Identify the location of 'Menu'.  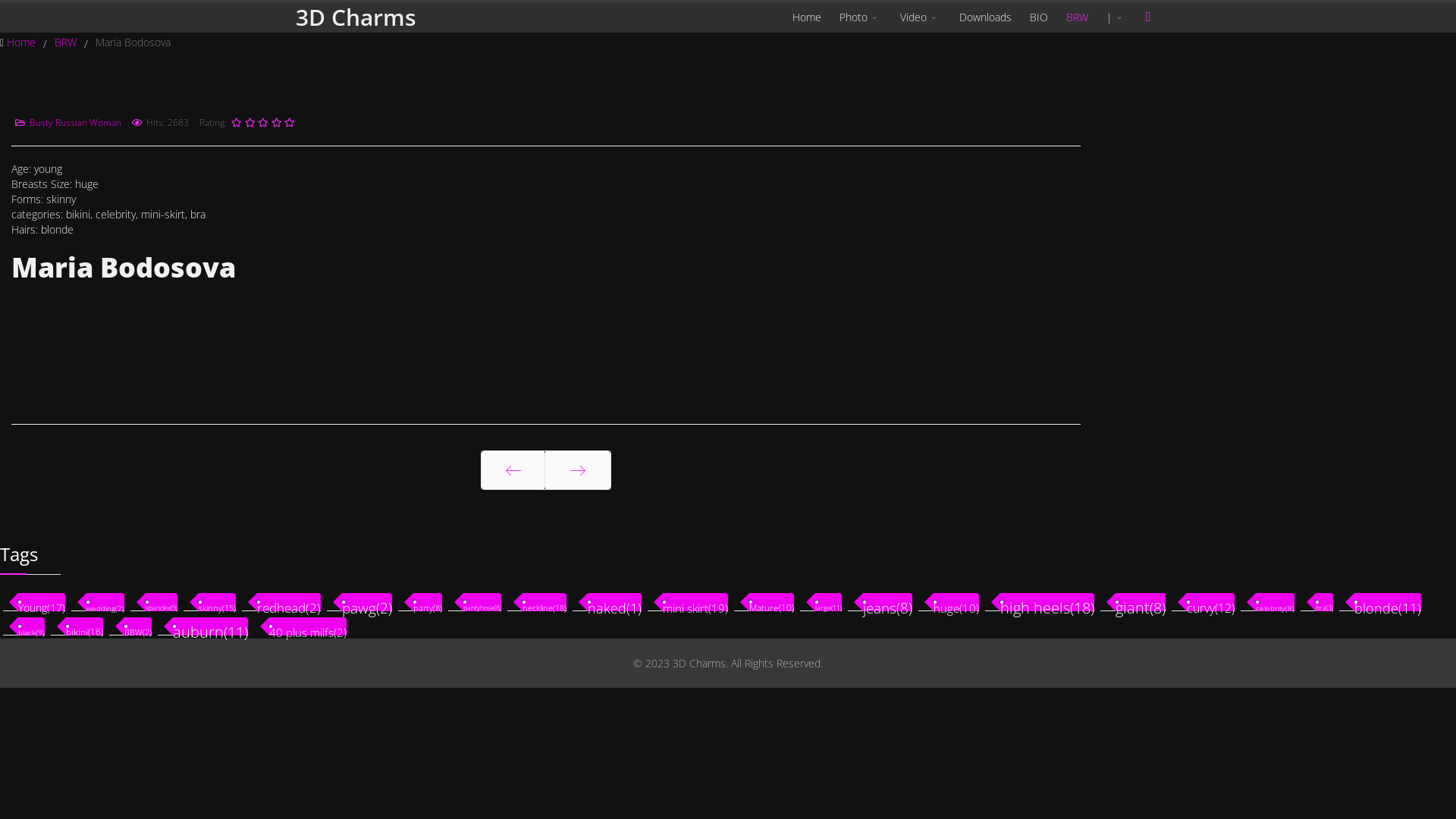
(1147, 17).